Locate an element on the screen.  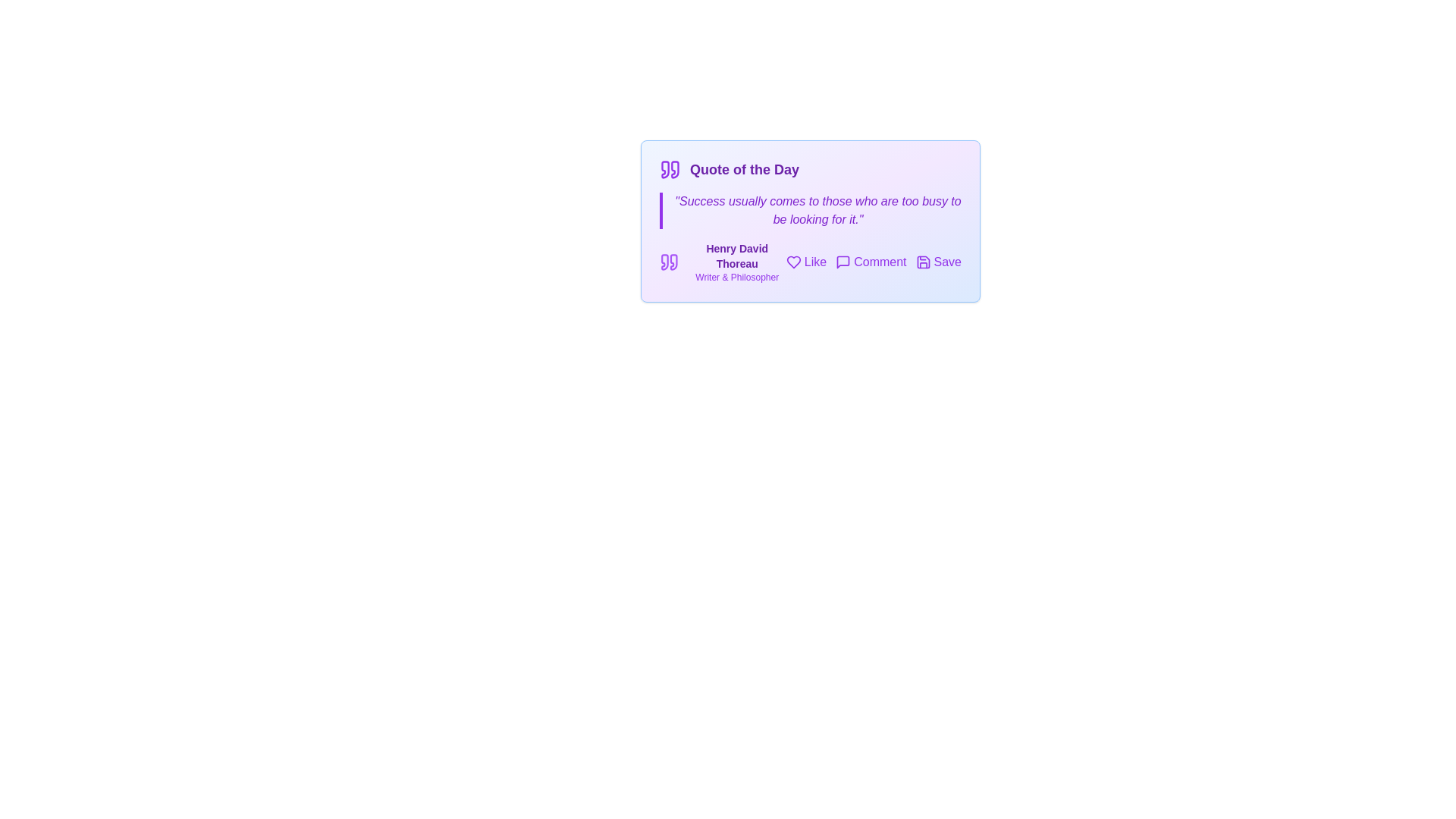
the text block featuring 'Henry David Thoreau' with the quotation icon, which is styled in bold purple and positioned within the 'Quote of the Day' card is located at coordinates (722, 262).